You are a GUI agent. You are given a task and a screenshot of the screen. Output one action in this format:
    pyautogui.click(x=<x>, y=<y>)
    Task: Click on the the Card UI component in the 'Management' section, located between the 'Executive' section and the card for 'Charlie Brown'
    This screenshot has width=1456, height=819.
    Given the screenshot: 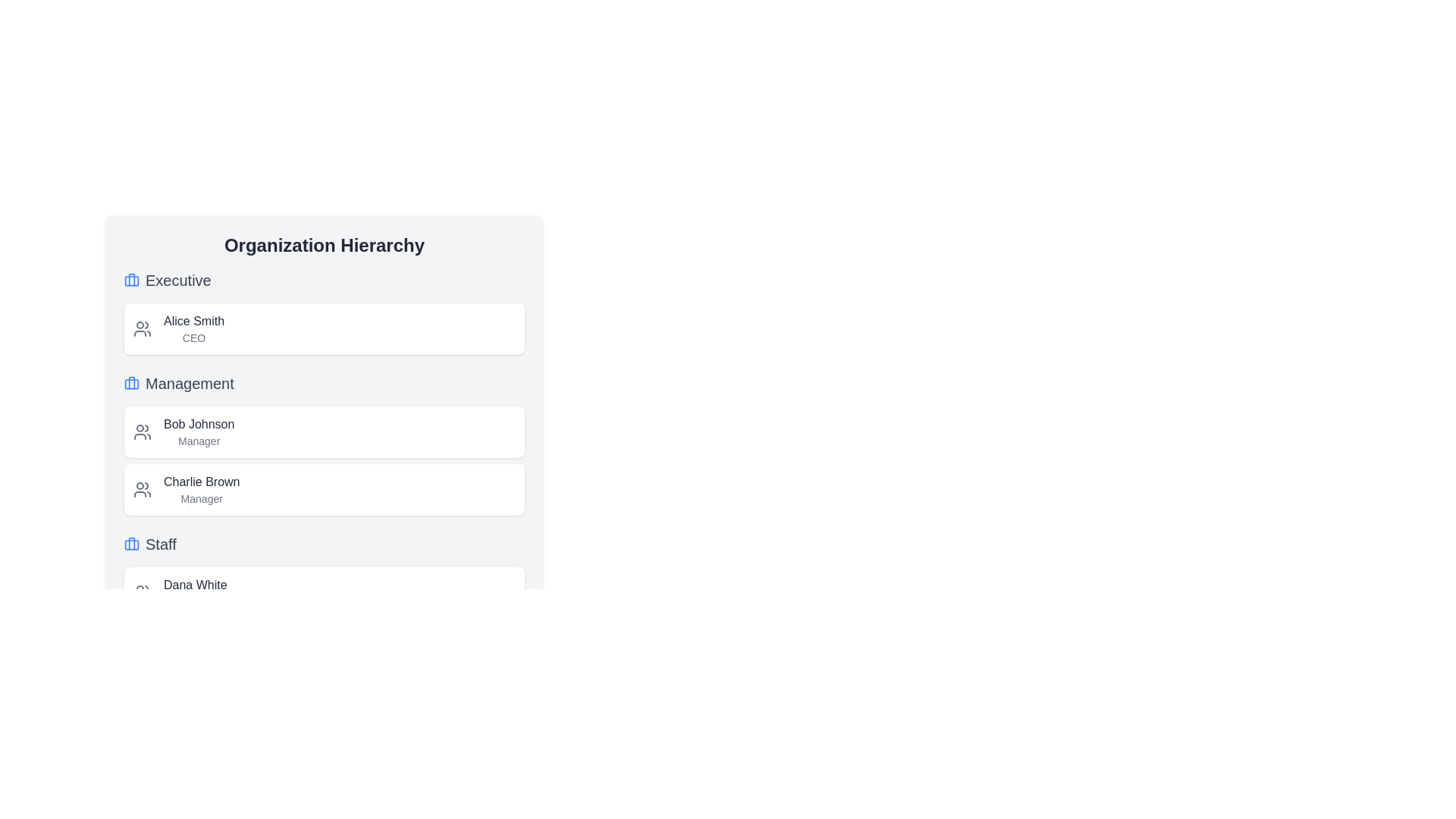 What is the action you would take?
    pyautogui.click(x=323, y=432)
    